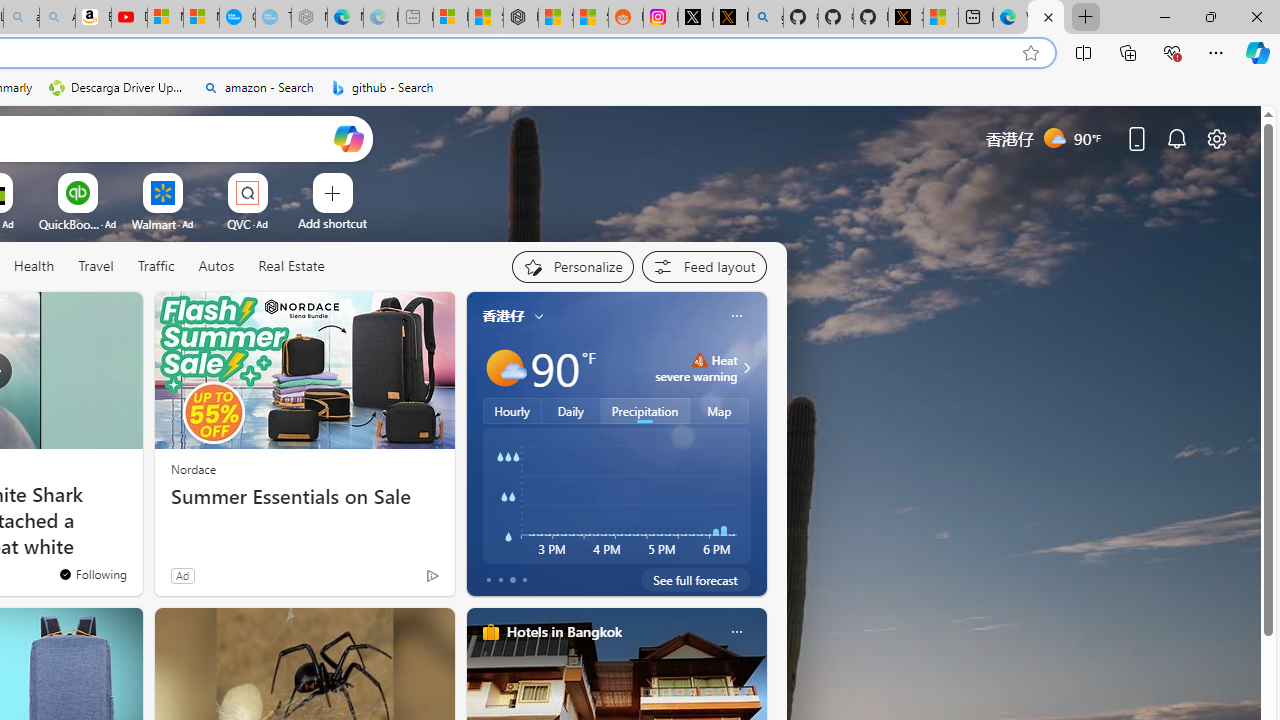  What do you see at coordinates (382, 87) in the screenshot?
I see `'github - Search'` at bounding box center [382, 87].